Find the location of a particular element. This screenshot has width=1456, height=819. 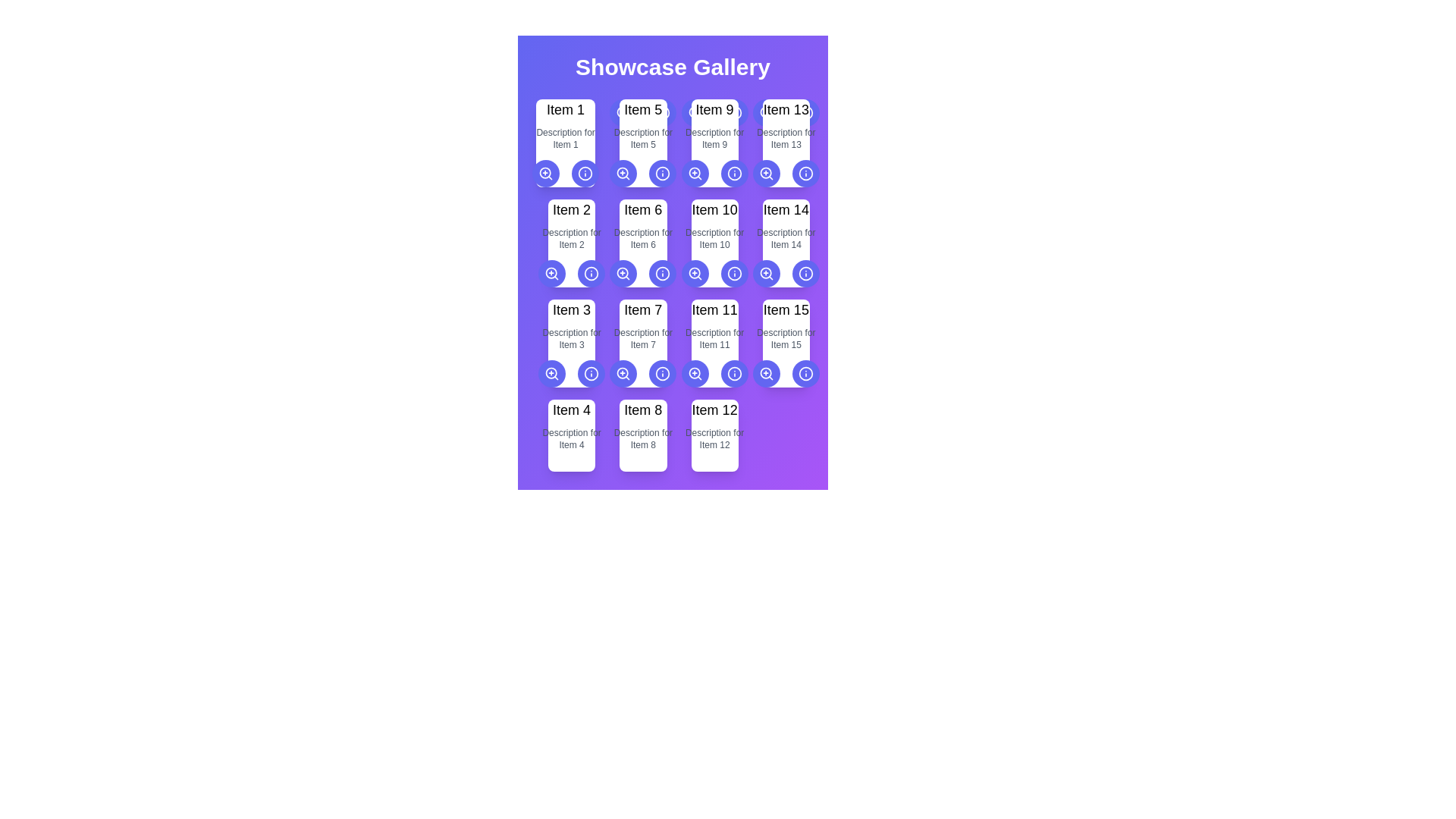

the left button of the grouped interactive buttons, which features a magnifying glass icon with a plus symbol is located at coordinates (571, 274).